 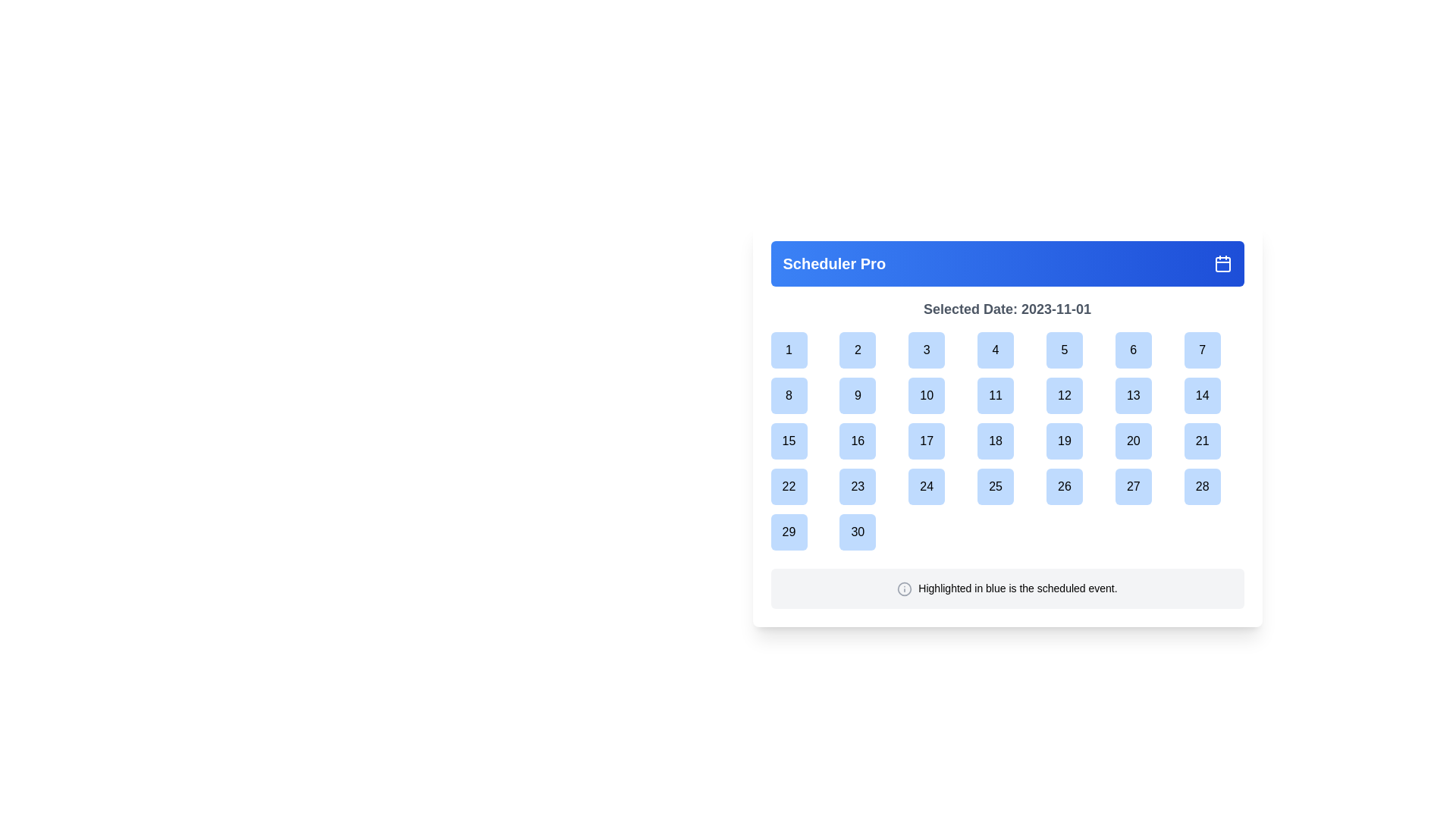 I want to click on the date selector button displaying '30' in the second column of the last row in the calendar grid, so click(x=869, y=532).